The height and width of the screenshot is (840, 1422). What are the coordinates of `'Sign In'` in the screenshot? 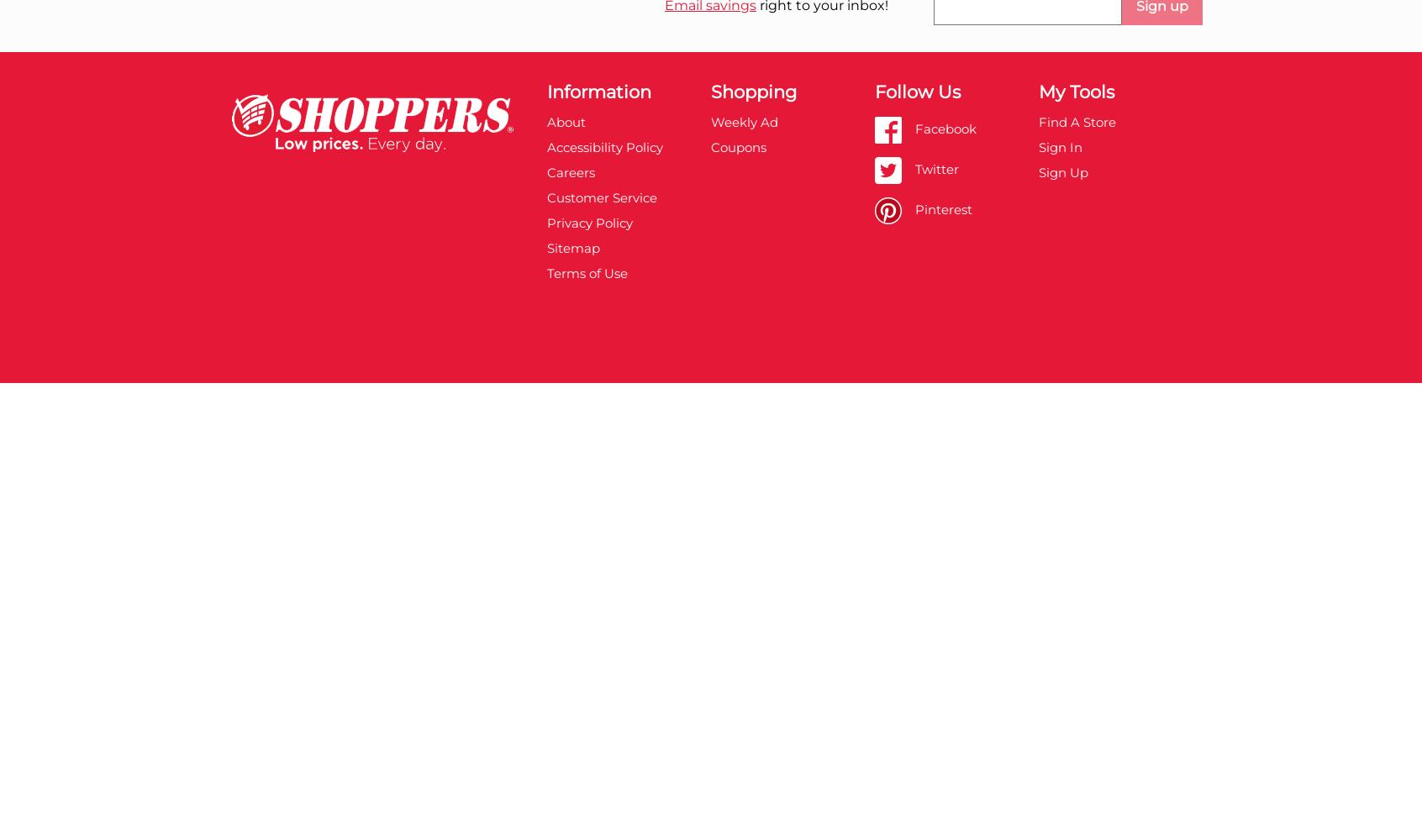 It's located at (1060, 146).